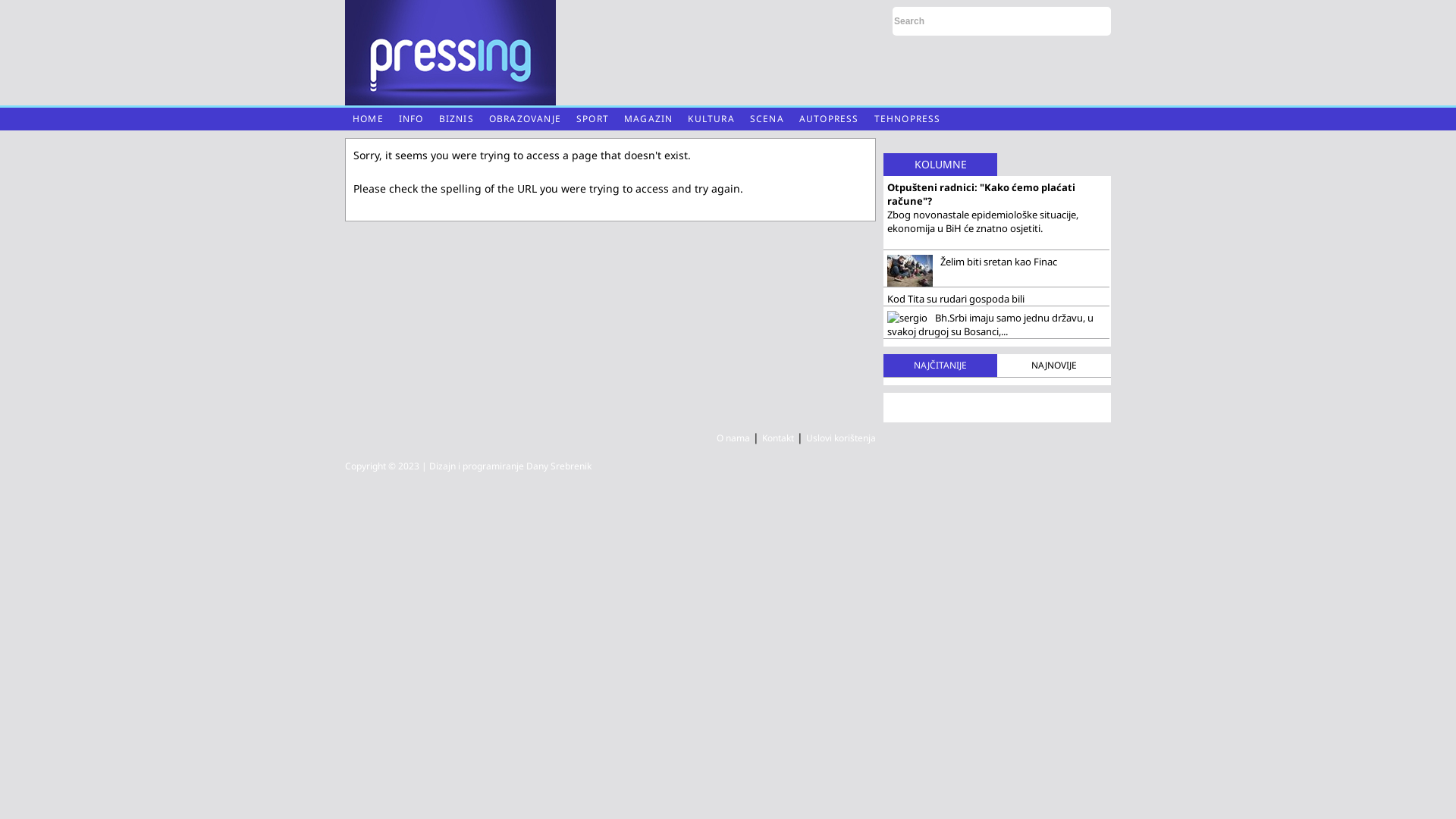 Image resolution: width=1456 pixels, height=819 pixels. I want to click on 'Go', so click(1094, 20).